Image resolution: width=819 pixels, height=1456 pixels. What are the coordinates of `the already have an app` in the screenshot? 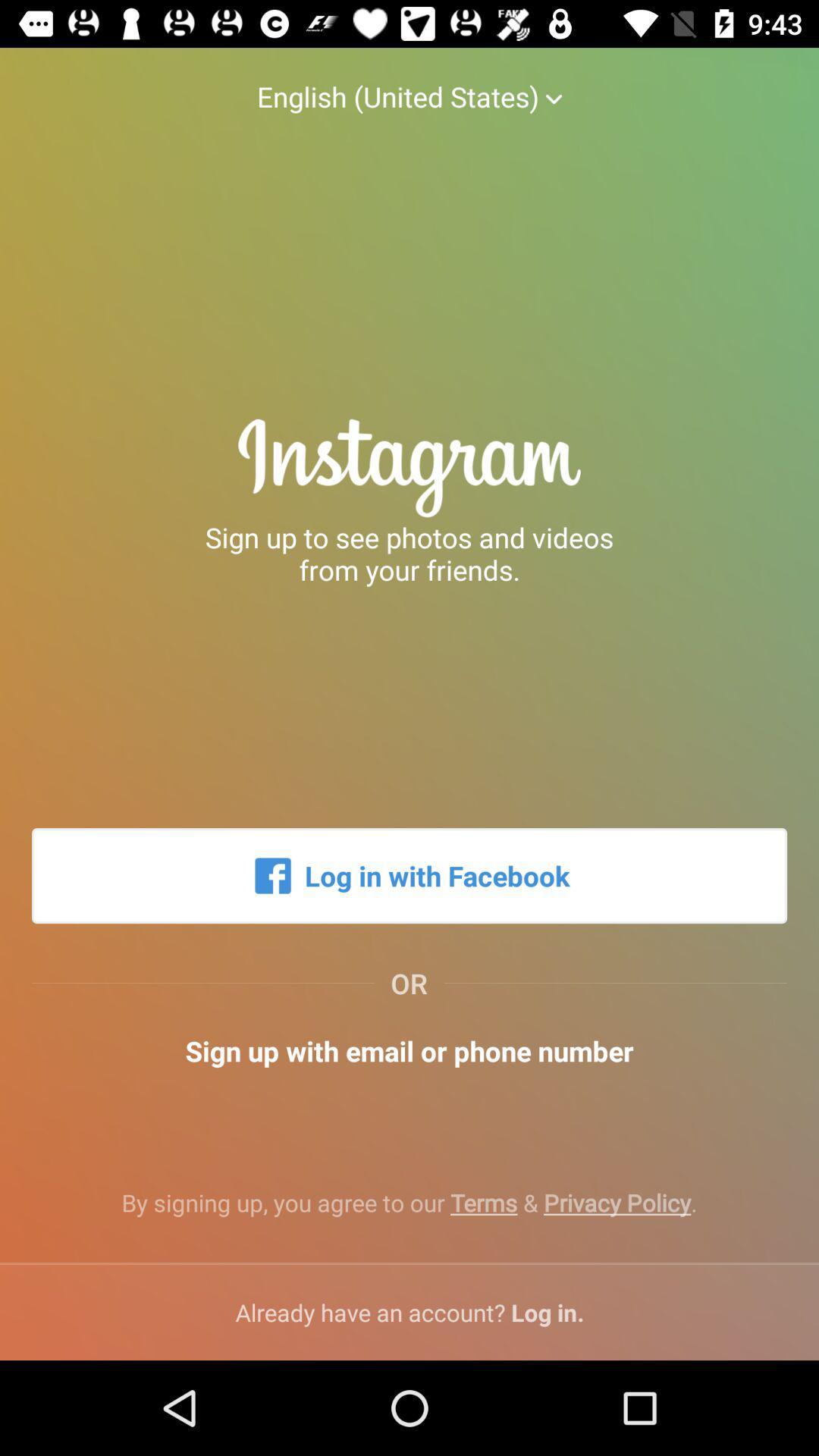 It's located at (409, 1312).